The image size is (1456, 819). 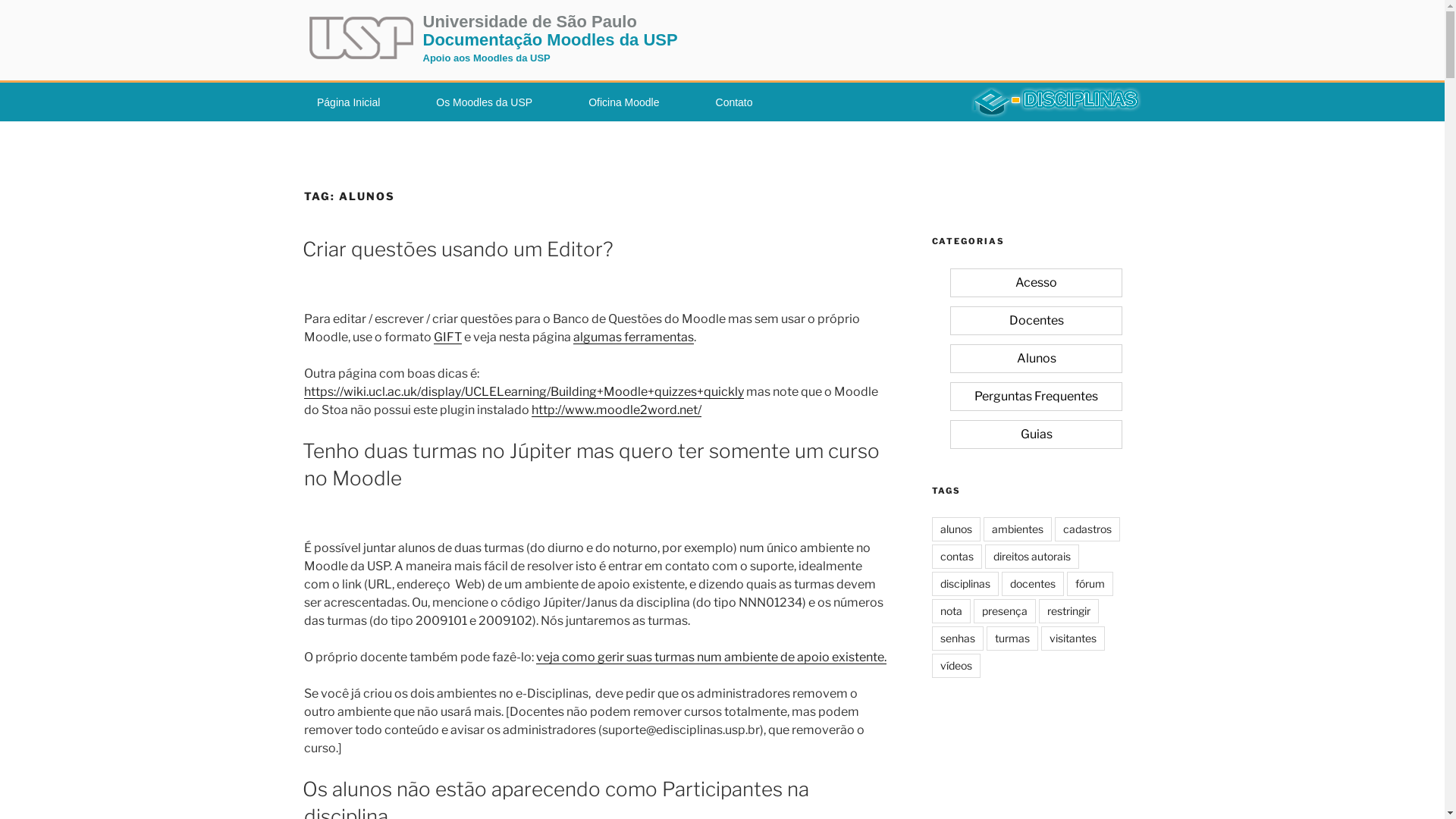 What do you see at coordinates (1035, 435) in the screenshot?
I see `'Guias'` at bounding box center [1035, 435].